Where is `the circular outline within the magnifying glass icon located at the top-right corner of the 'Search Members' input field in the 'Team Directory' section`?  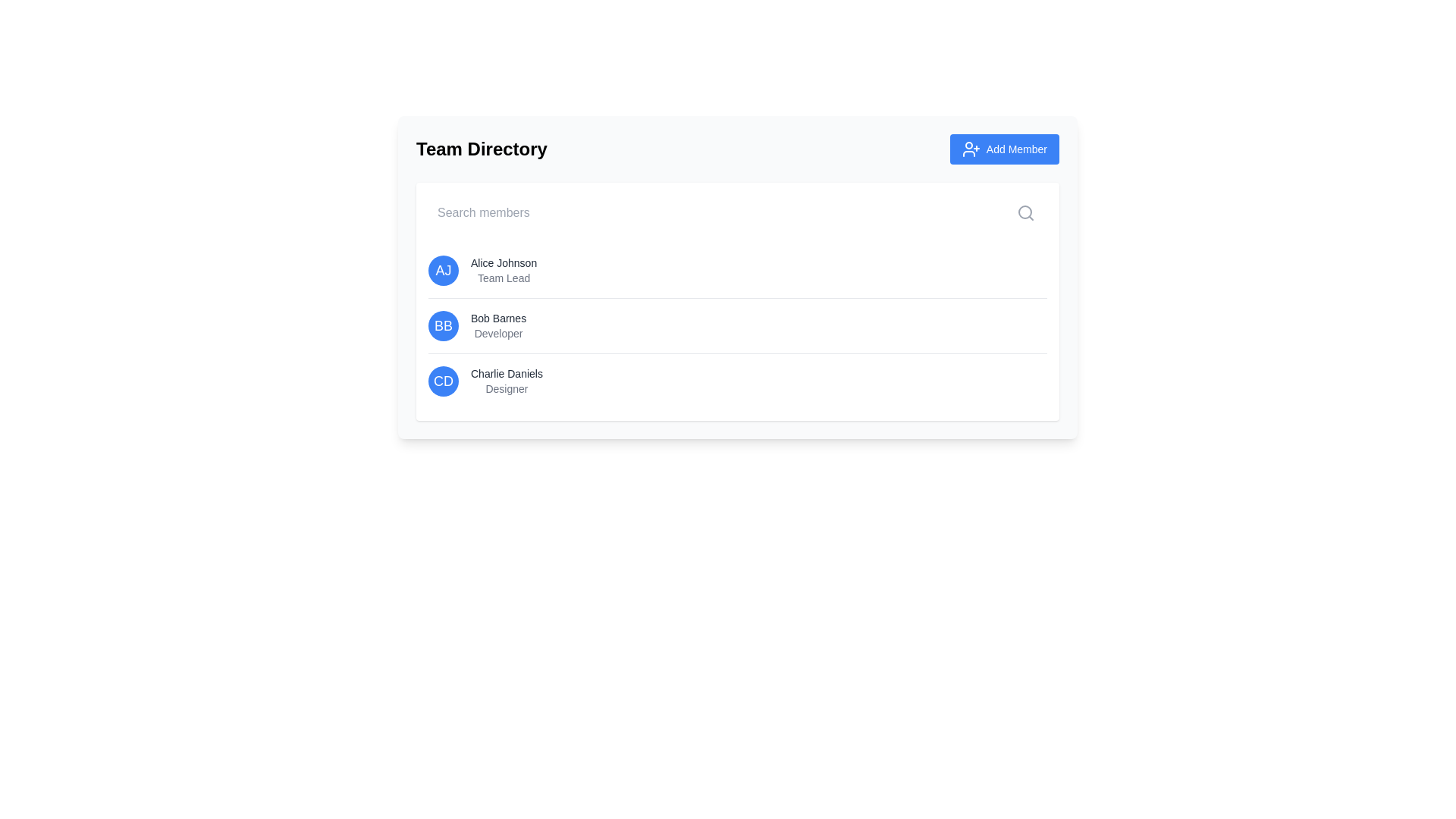
the circular outline within the magnifying glass icon located at the top-right corner of the 'Search Members' input field in the 'Team Directory' section is located at coordinates (1025, 212).